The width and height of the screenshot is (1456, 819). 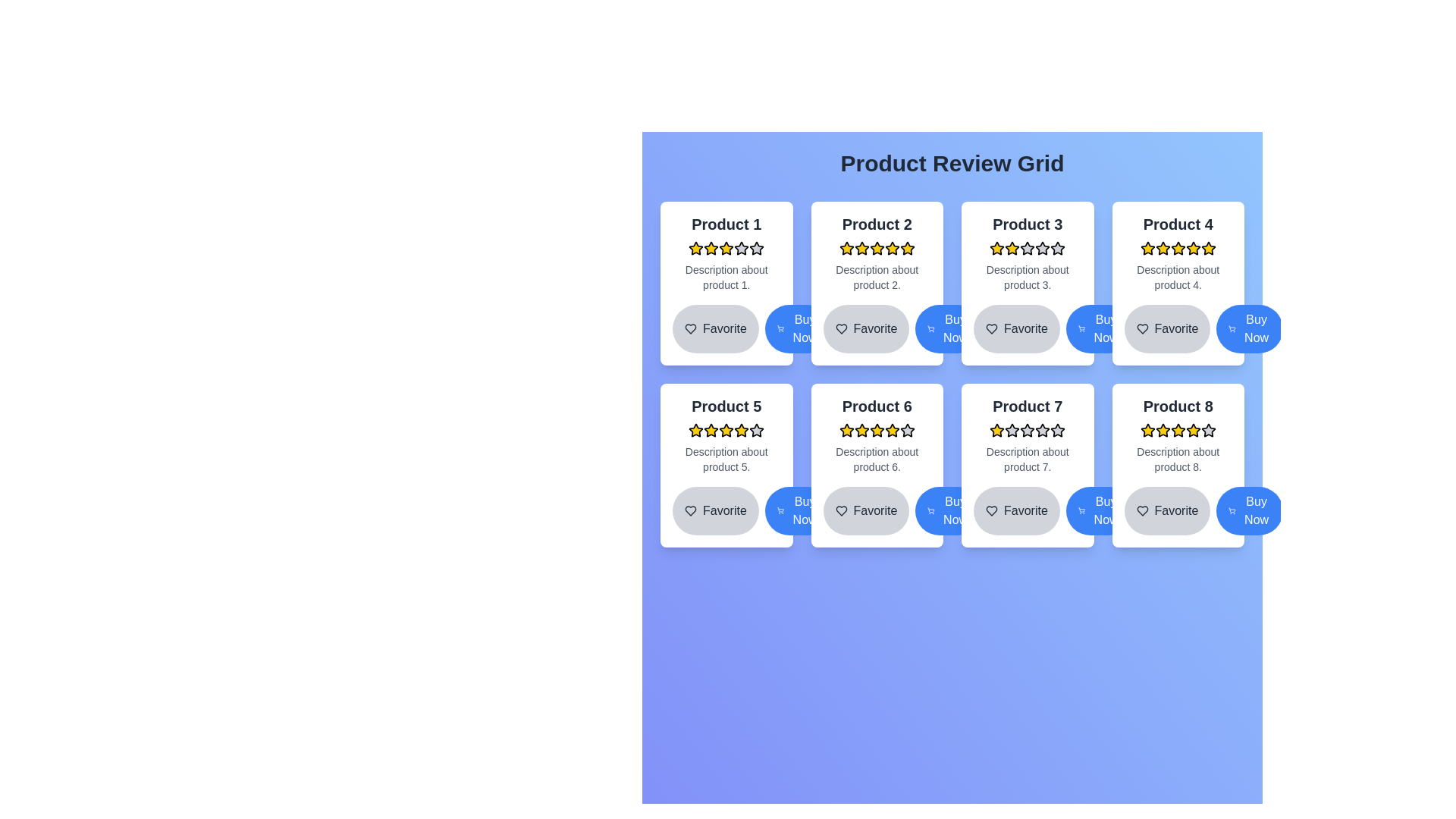 What do you see at coordinates (1028, 430) in the screenshot?
I see `the third star from the left in the star rating visual indicator for 'Product 7', which is partially filled` at bounding box center [1028, 430].